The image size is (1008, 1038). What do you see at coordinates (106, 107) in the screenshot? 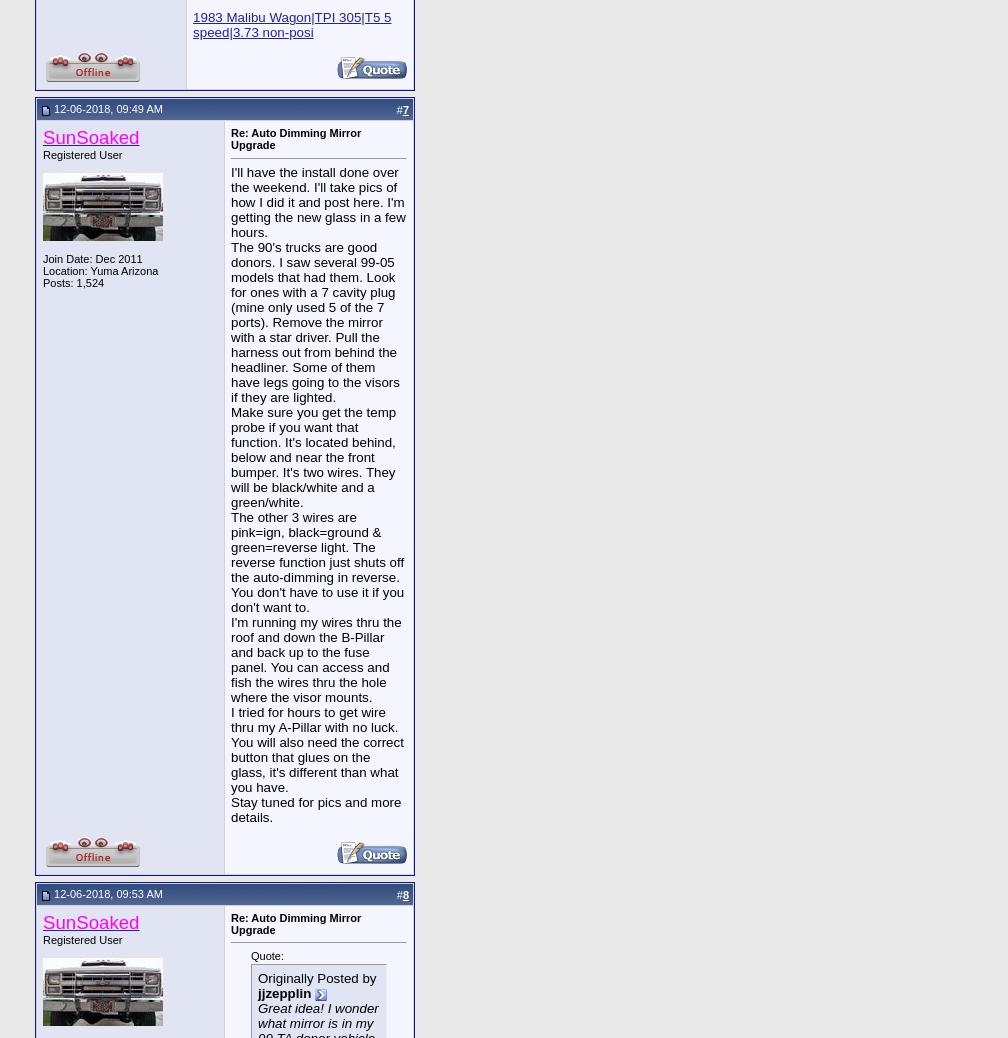
I see `'12-06-2018, 09:49 AM'` at bounding box center [106, 107].